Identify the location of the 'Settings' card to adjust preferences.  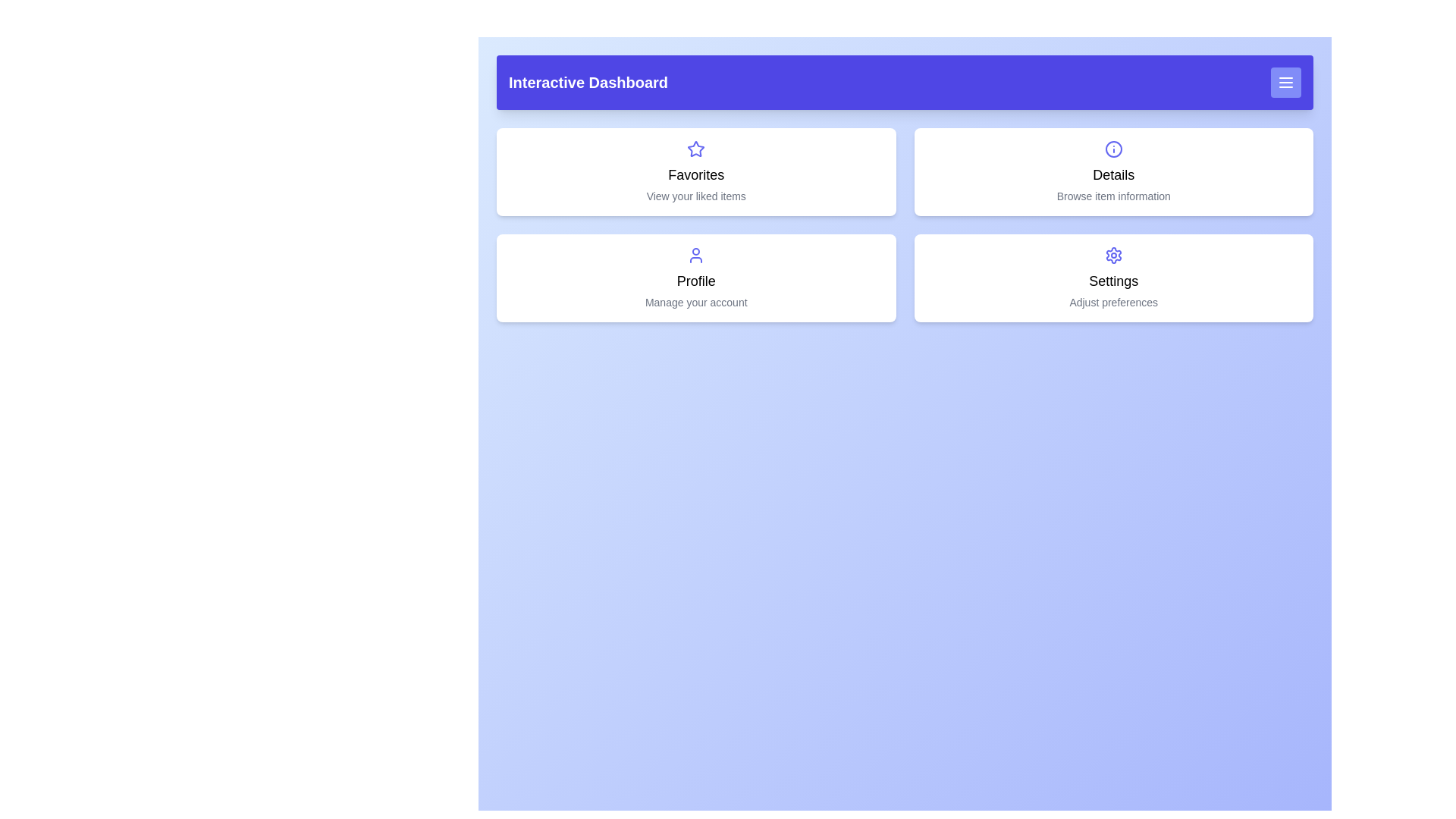
(1113, 278).